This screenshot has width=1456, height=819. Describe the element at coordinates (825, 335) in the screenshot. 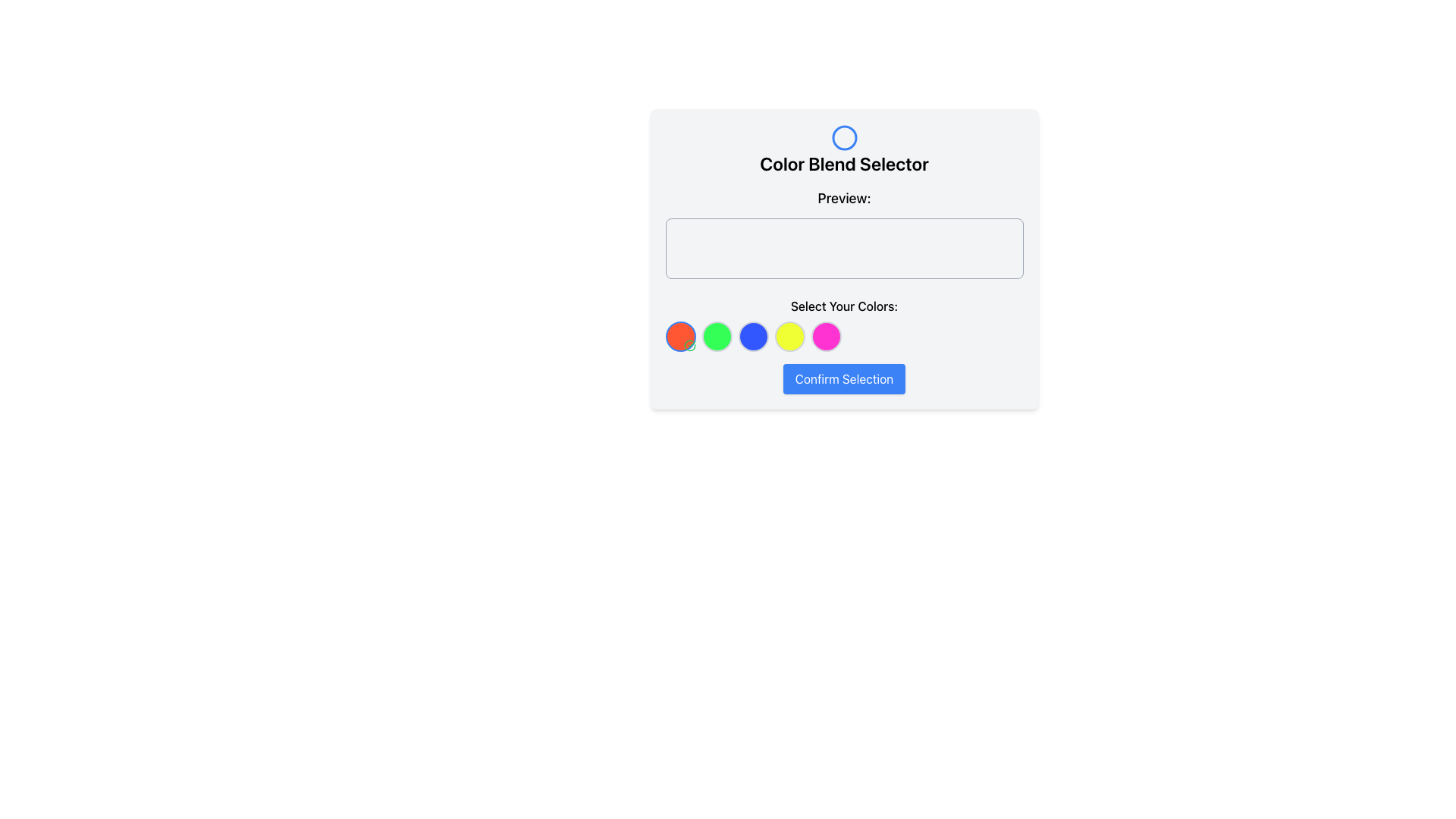

I see `the circular magenta button with a light-gray border, which is the last color option in the 'Color Blend Selector' UI` at that location.